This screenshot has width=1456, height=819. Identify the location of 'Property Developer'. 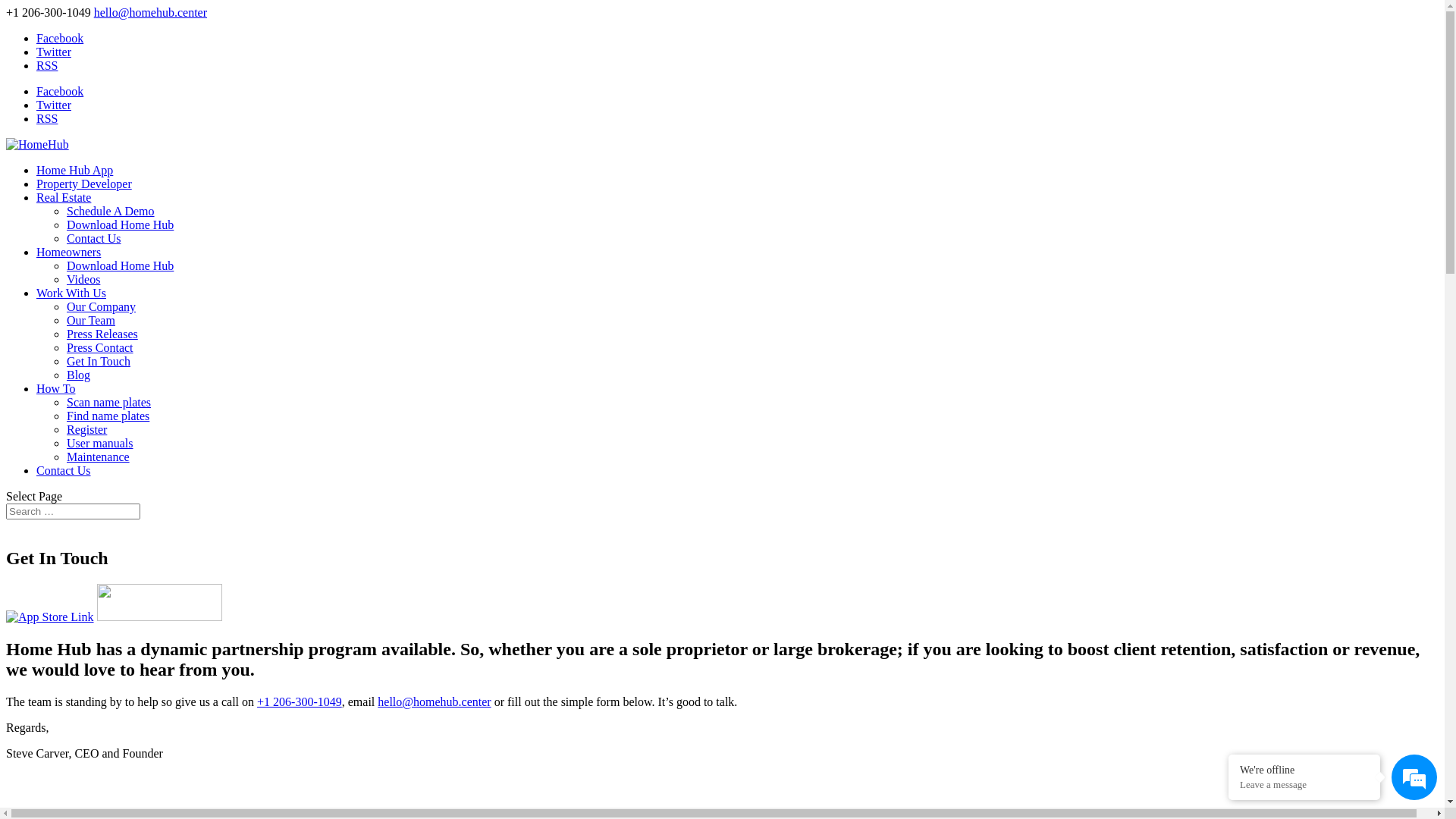
(83, 183).